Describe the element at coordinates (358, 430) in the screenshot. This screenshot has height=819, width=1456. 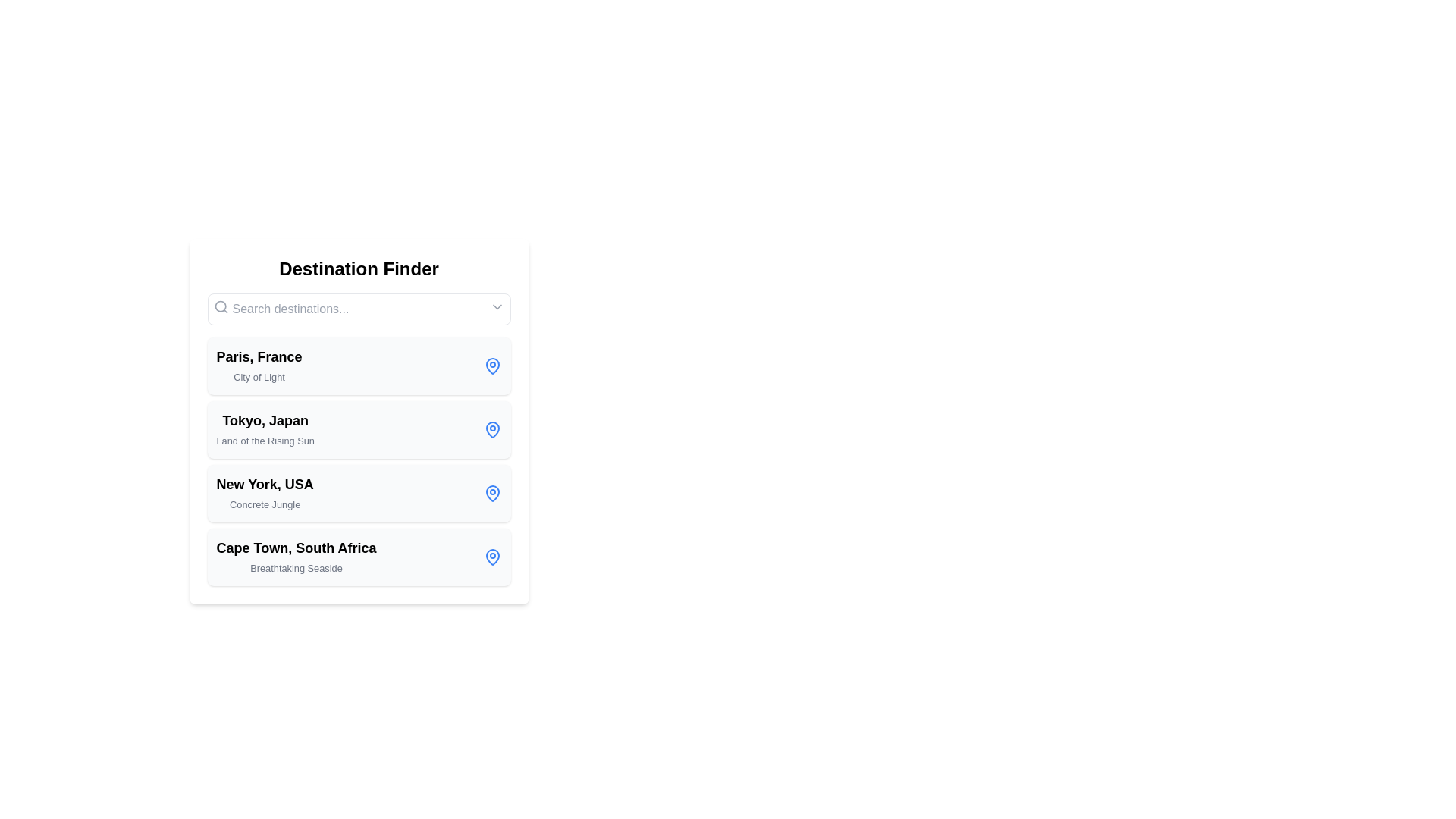
I see `the second item in the list of destinations, which provides information about Tokyo, Japan` at that location.